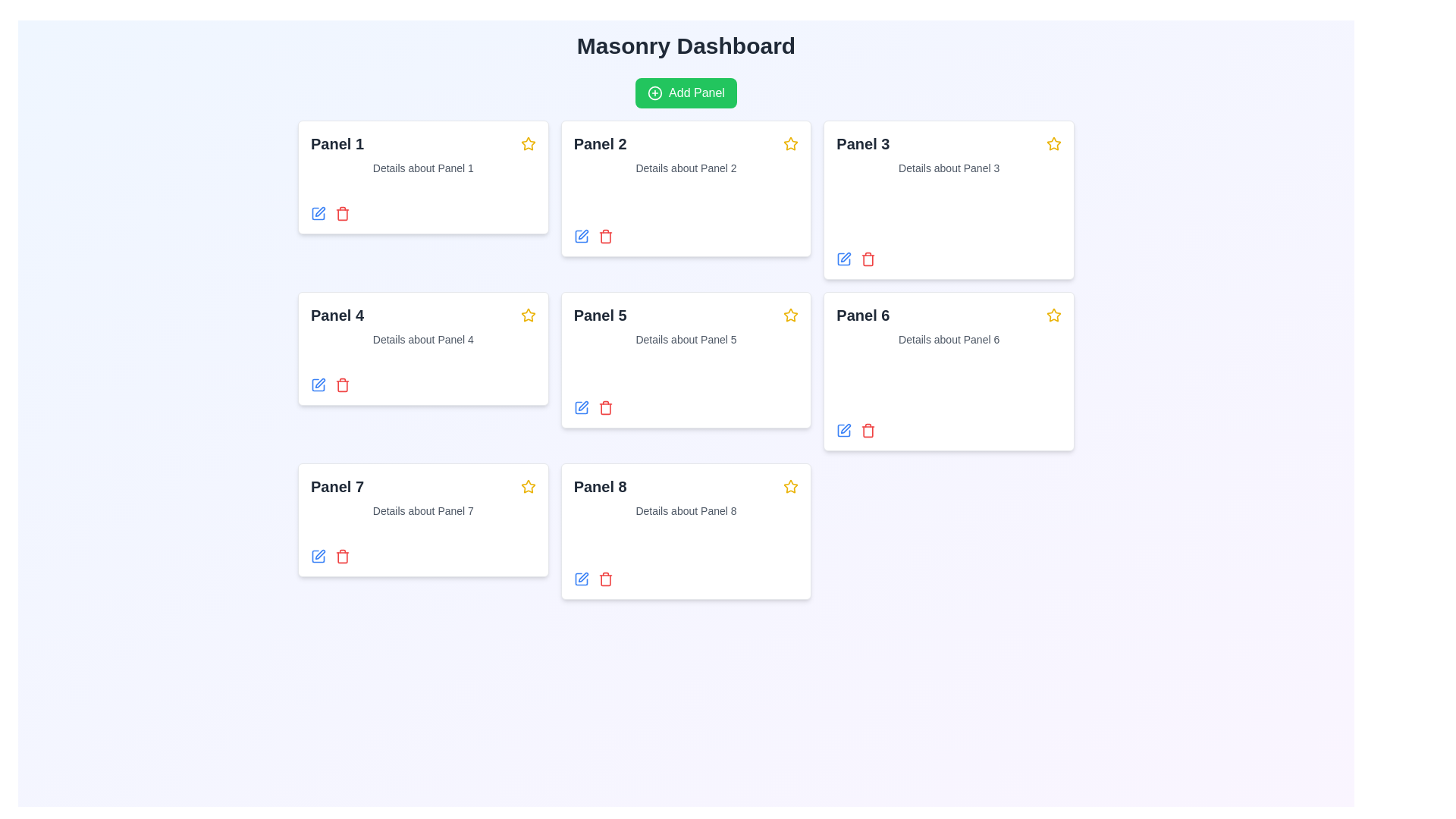  I want to click on the heading text for 'Panel 4' which identifies its content and provides a label for user recognition, located in the upper-left region of the card, so click(337, 315).